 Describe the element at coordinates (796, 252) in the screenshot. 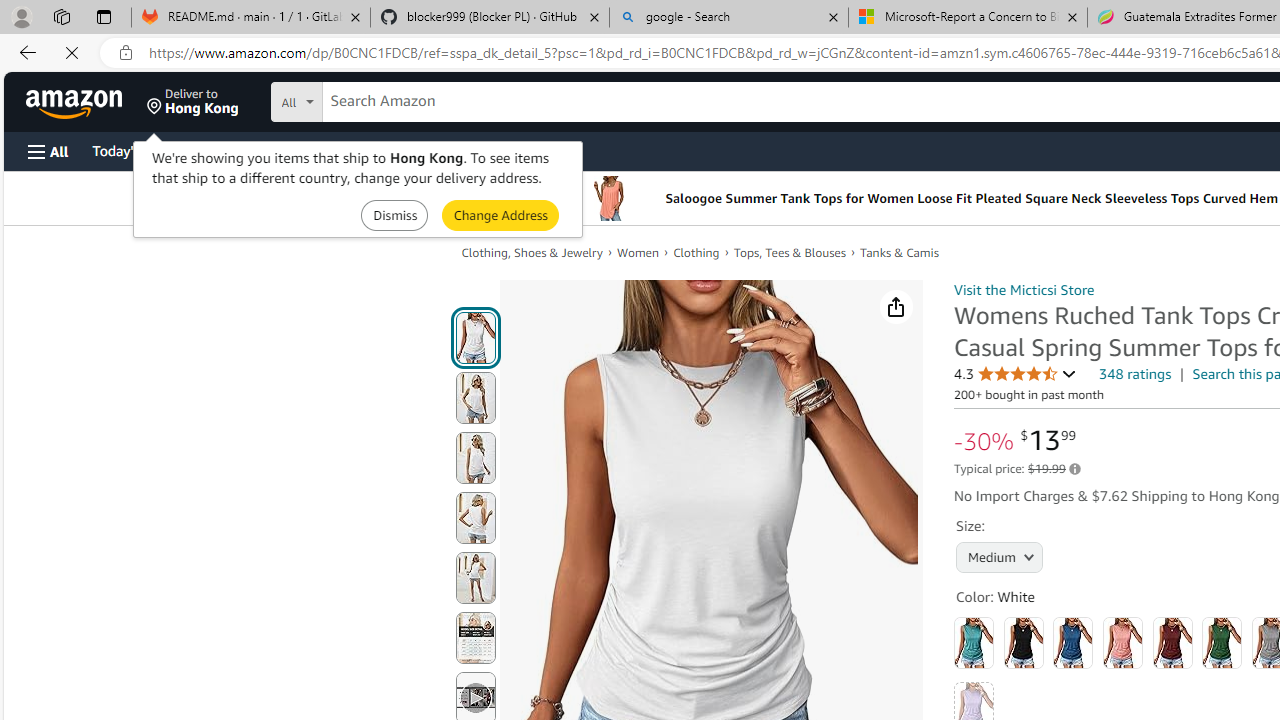

I see `'Tops, Tees & Blouses'` at that location.